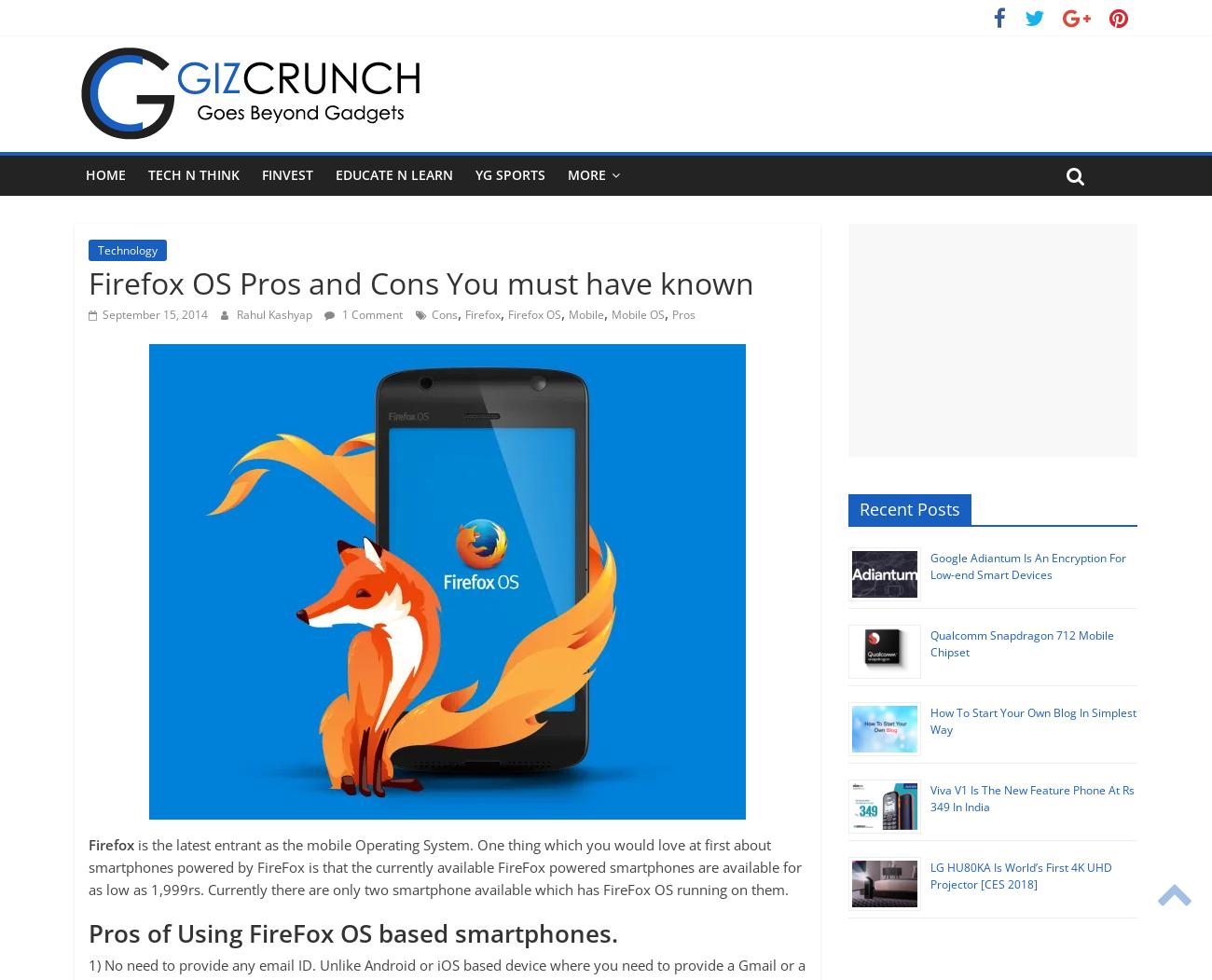 This screenshot has width=1212, height=980. Describe the element at coordinates (909, 507) in the screenshot. I see `'Recent Posts'` at that location.